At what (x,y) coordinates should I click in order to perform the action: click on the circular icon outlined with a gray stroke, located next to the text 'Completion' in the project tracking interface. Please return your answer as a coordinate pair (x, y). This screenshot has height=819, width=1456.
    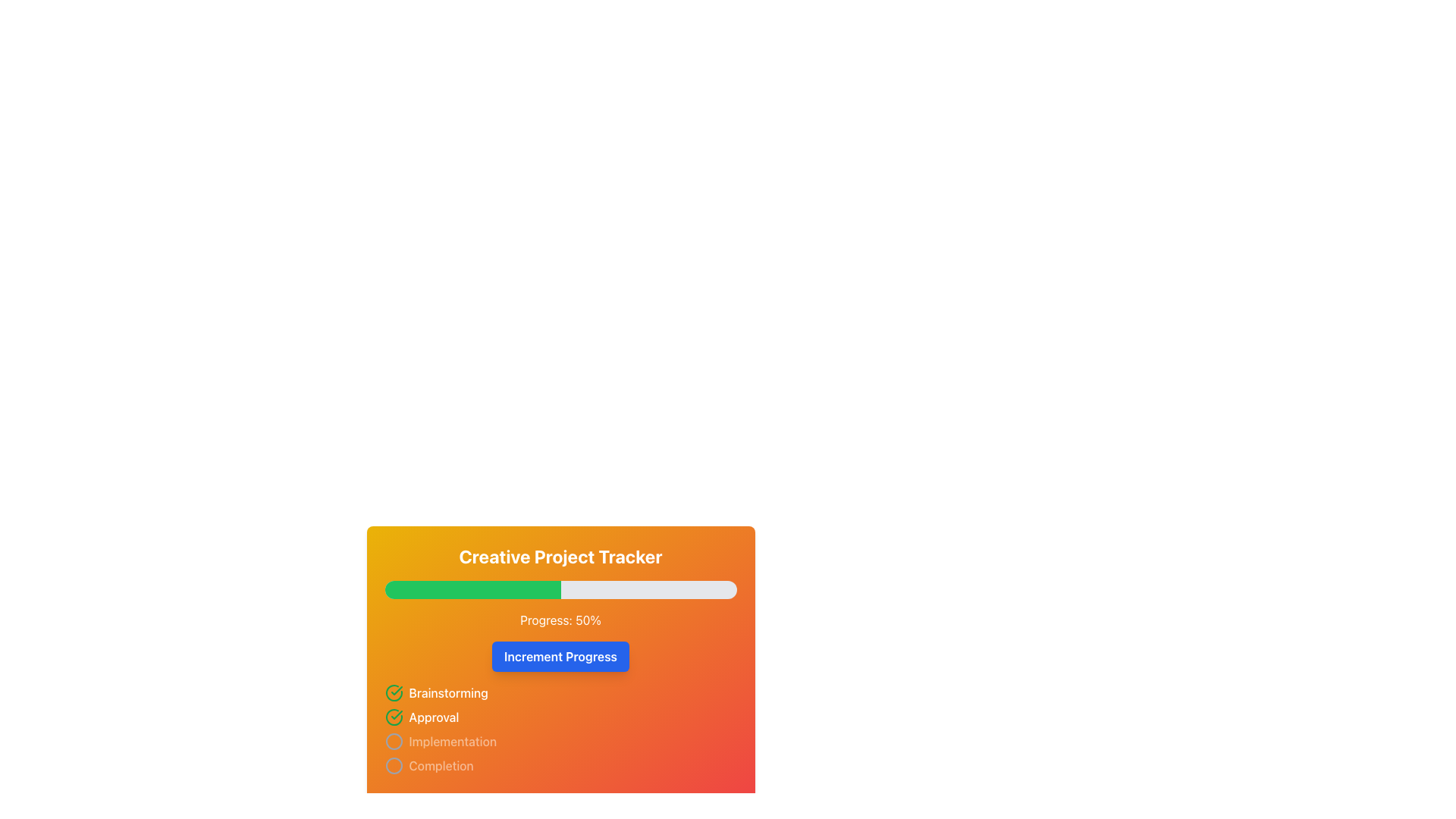
    Looking at the image, I should click on (394, 766).